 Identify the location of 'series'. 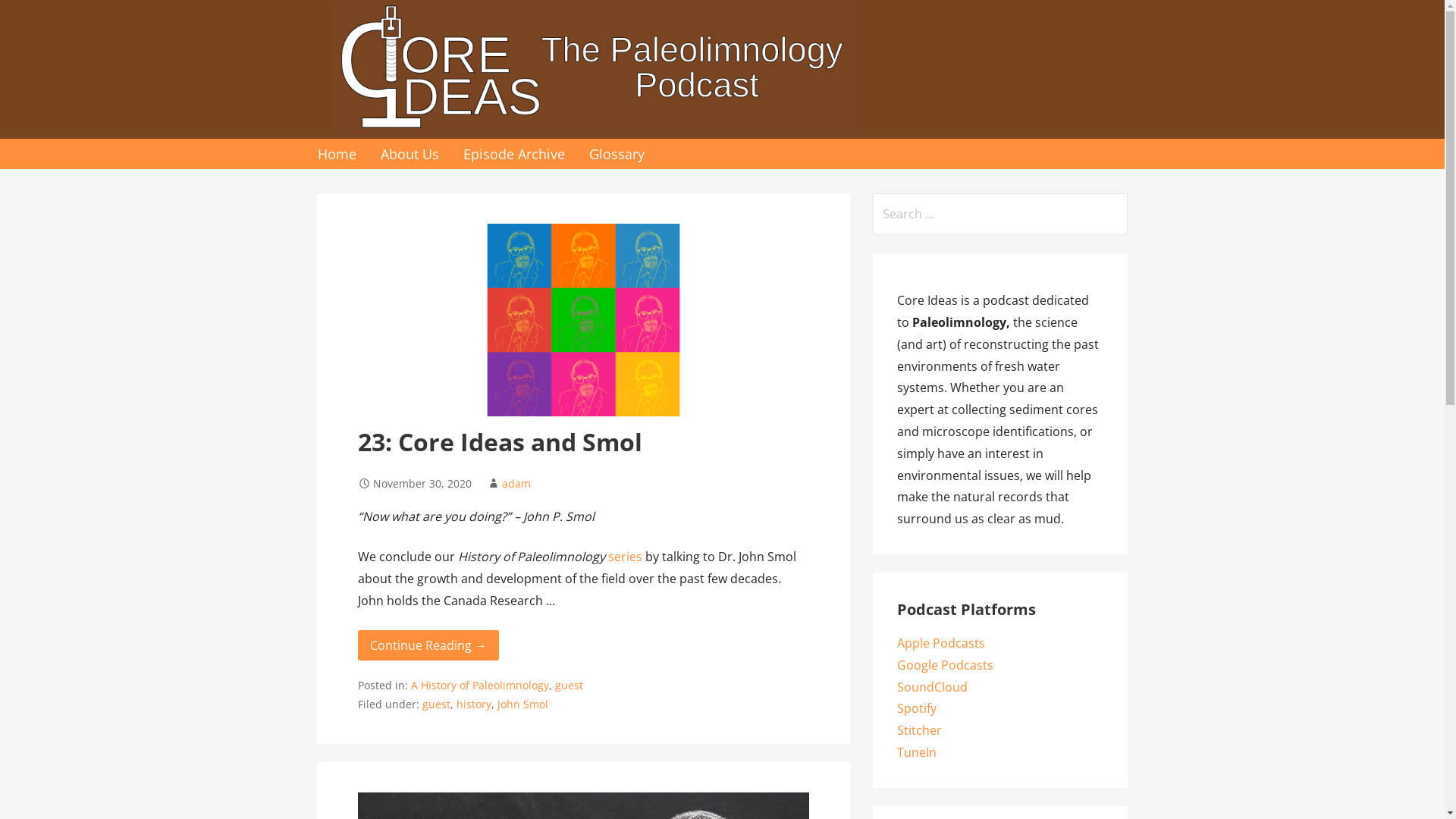
(625, 556).